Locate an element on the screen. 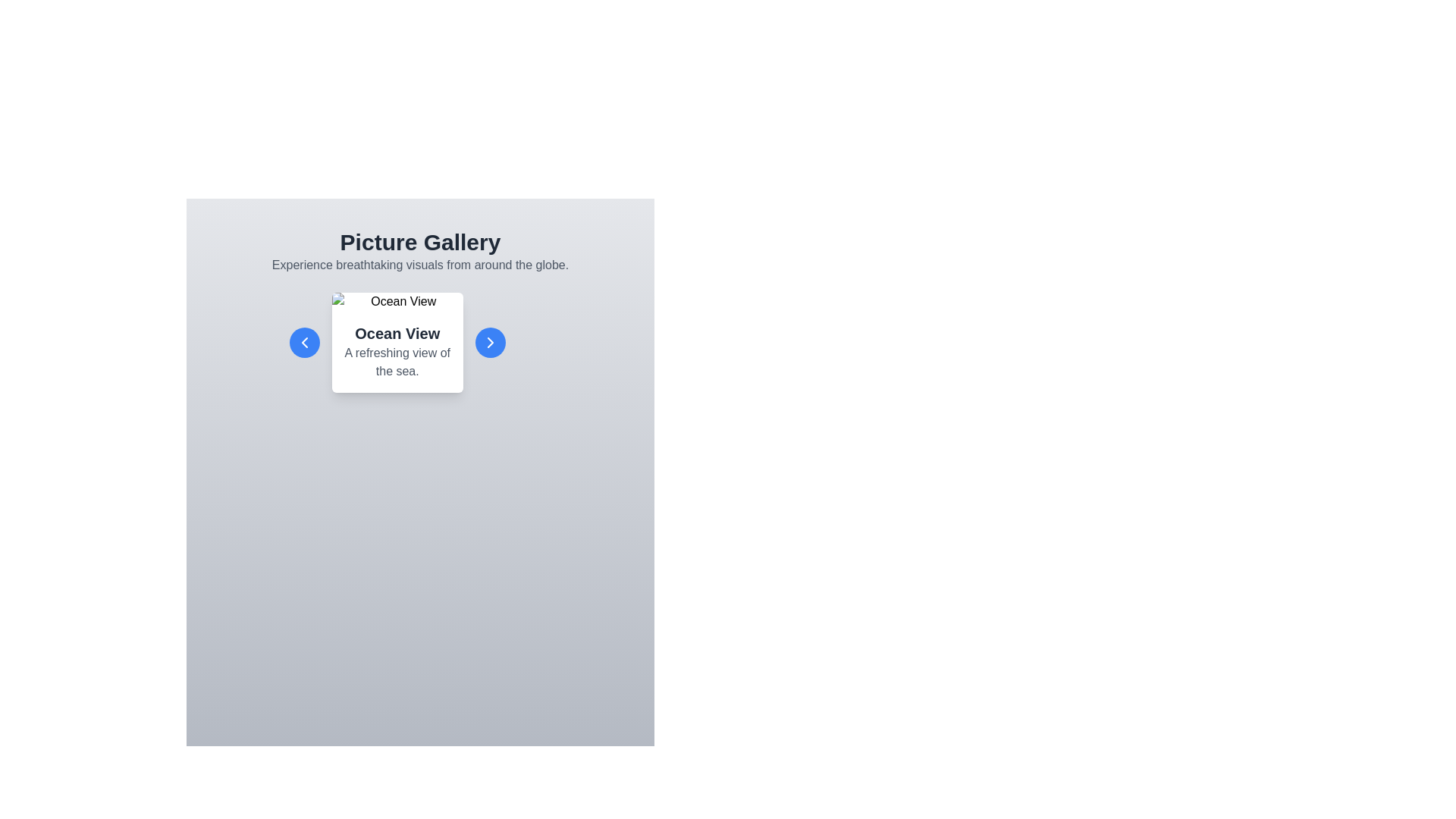 Image resolution: width=1456 pixels, height=819 pixels. the circular button with a blue background and white border that contains a leftward-pointing chevron icon is located at coordinates (304, 342).